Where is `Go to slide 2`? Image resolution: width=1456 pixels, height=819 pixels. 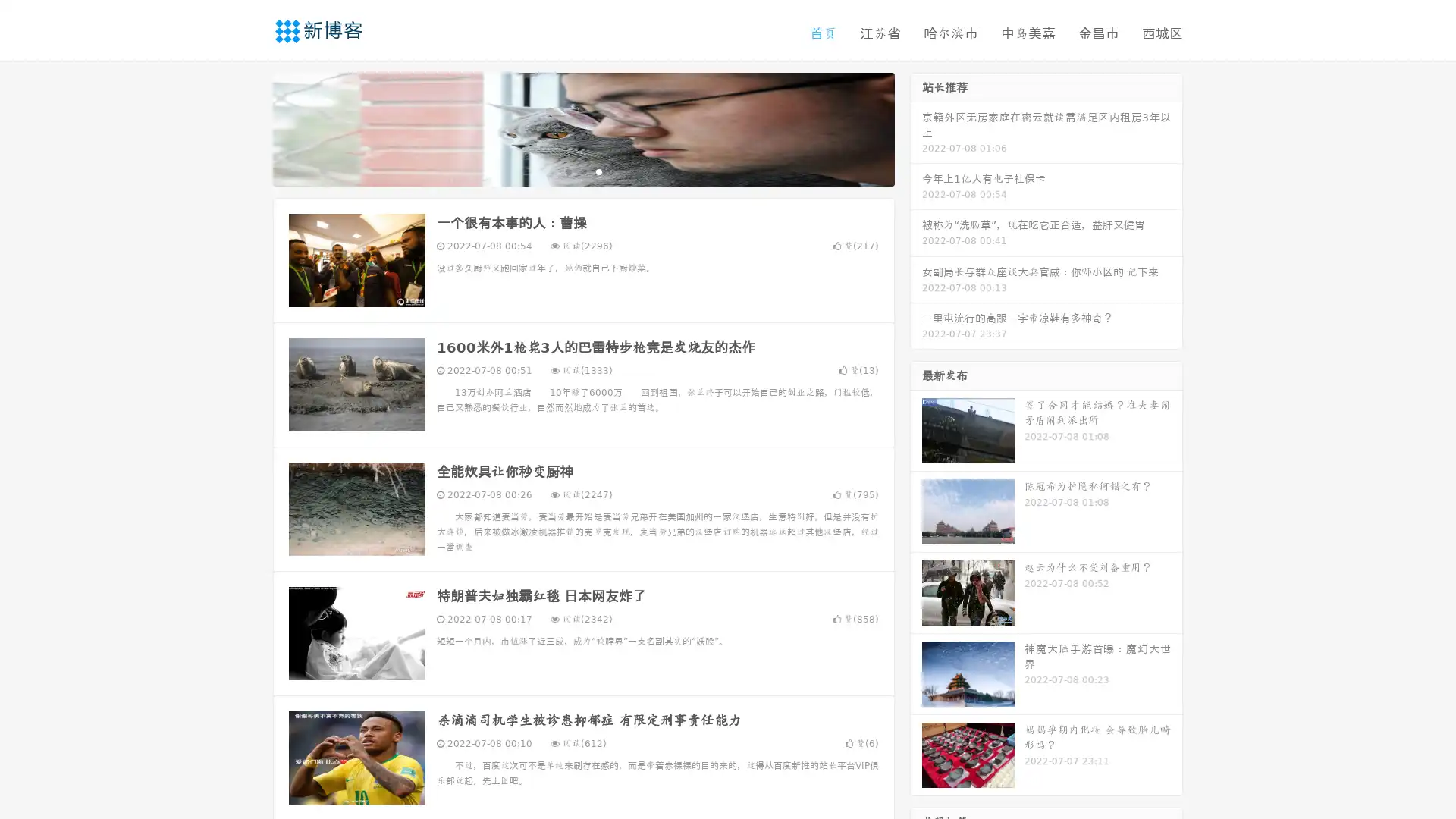 Go to slide 2 is located at coordinates (582, 171).